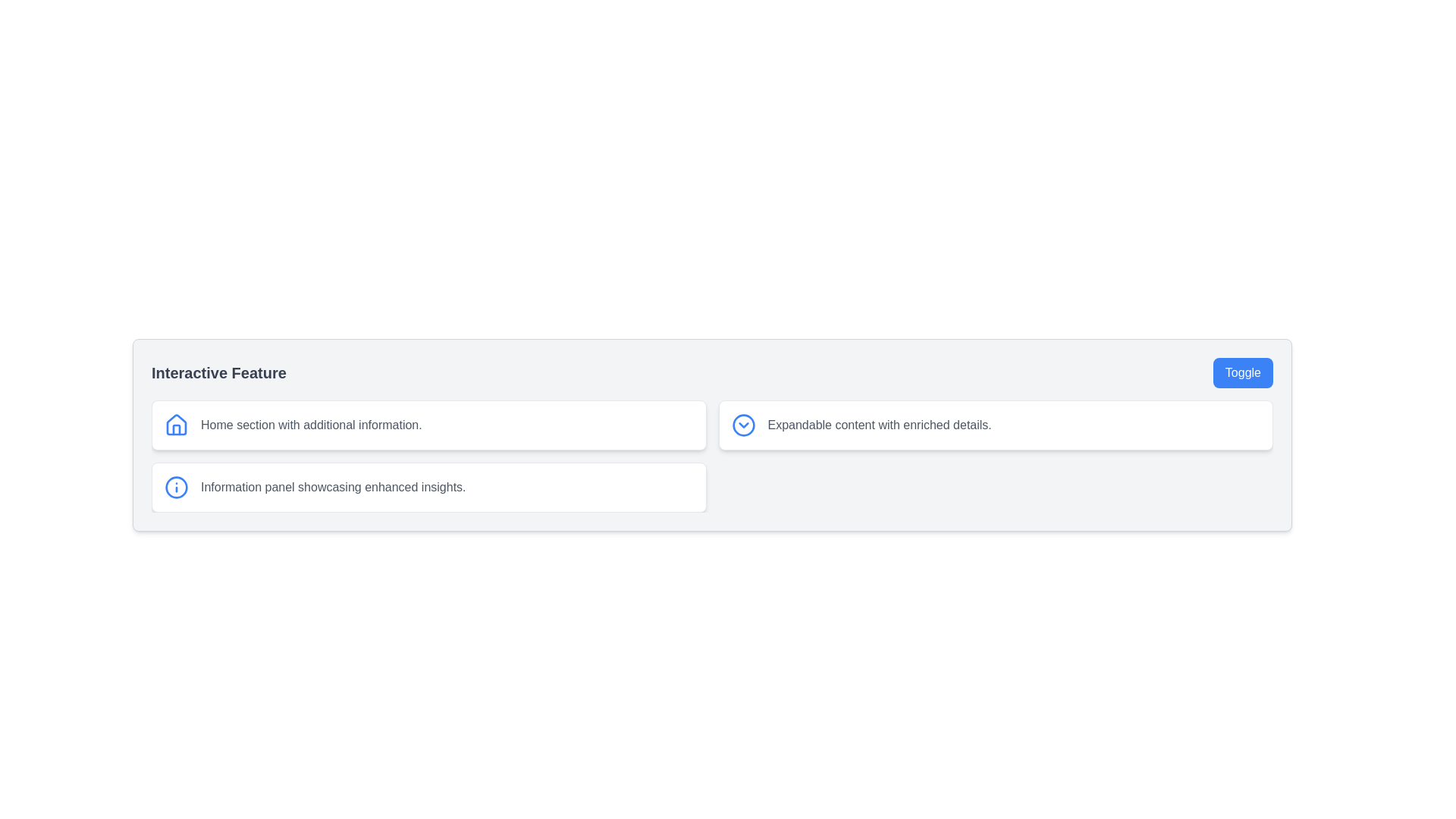 The image size is (1456, 819). What do you see at coordinates (428, 488) in the screenshot?
I see `the third information card located in the lower-left corner of the grid` at bounding box center [428, 488].